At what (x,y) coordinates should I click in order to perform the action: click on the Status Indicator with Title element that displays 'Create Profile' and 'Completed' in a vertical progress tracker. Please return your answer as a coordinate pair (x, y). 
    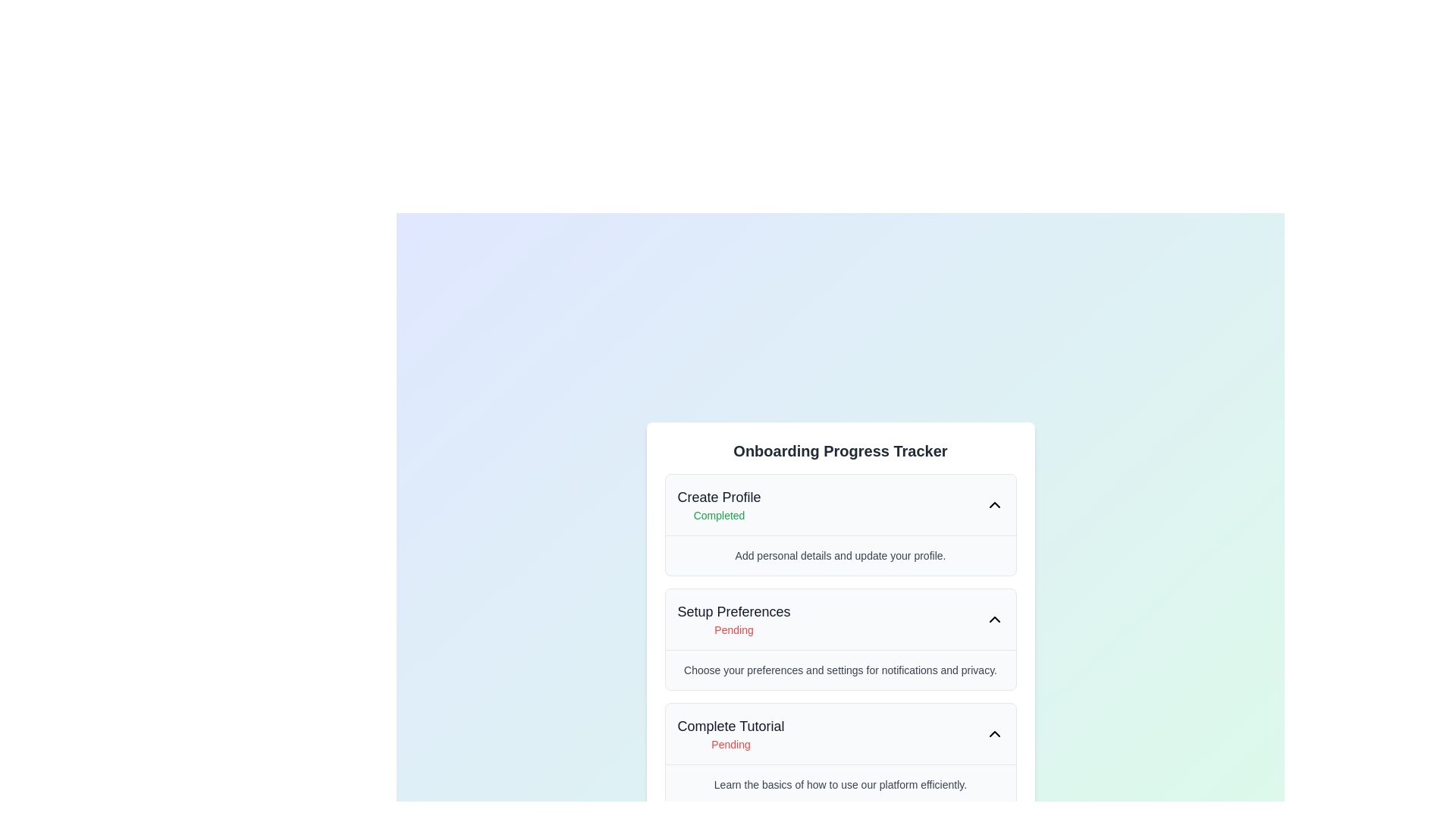
    Looking at the image, I should click on (718, 504).